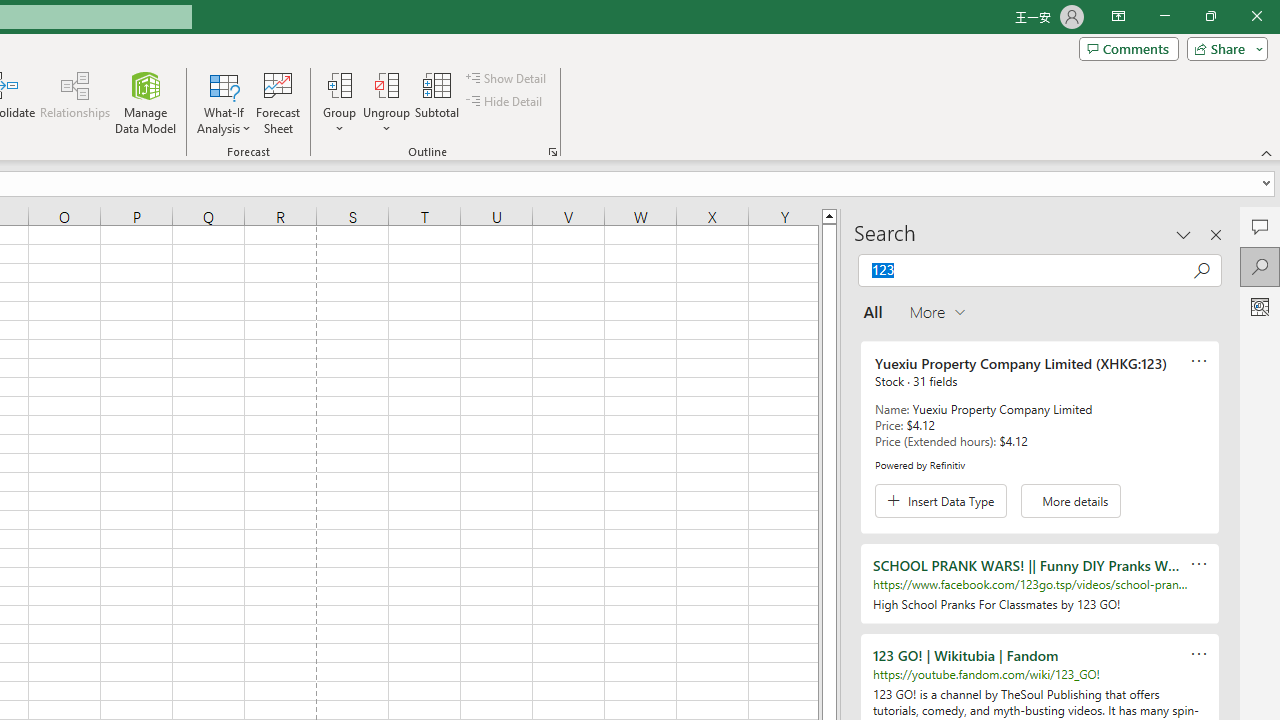 The image size is (1280, 720). Describe the element at coordinates (552, 150) in the screenshot. I see `'Group and Outline Settings'` at that location.